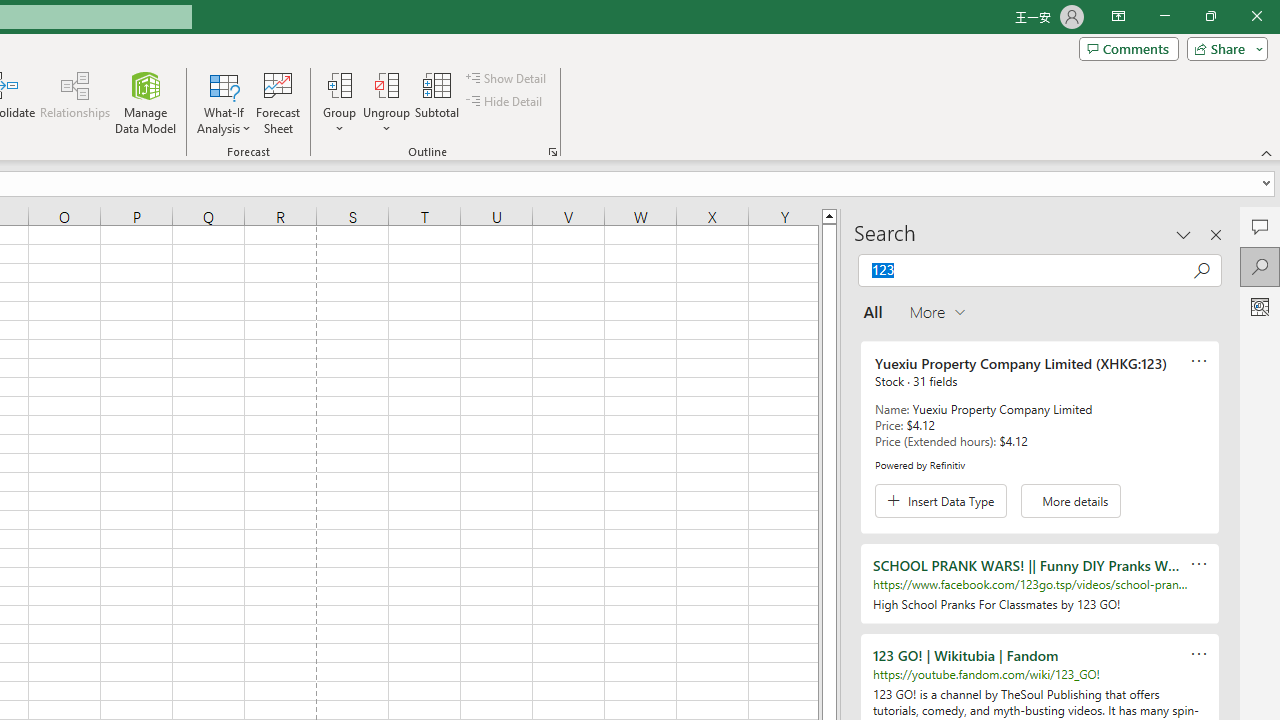 The image size is (1280, 720). Describe the element at coordinates (552, 150) in the screenshot. I see `'Group and Outline Settings'` at that location.